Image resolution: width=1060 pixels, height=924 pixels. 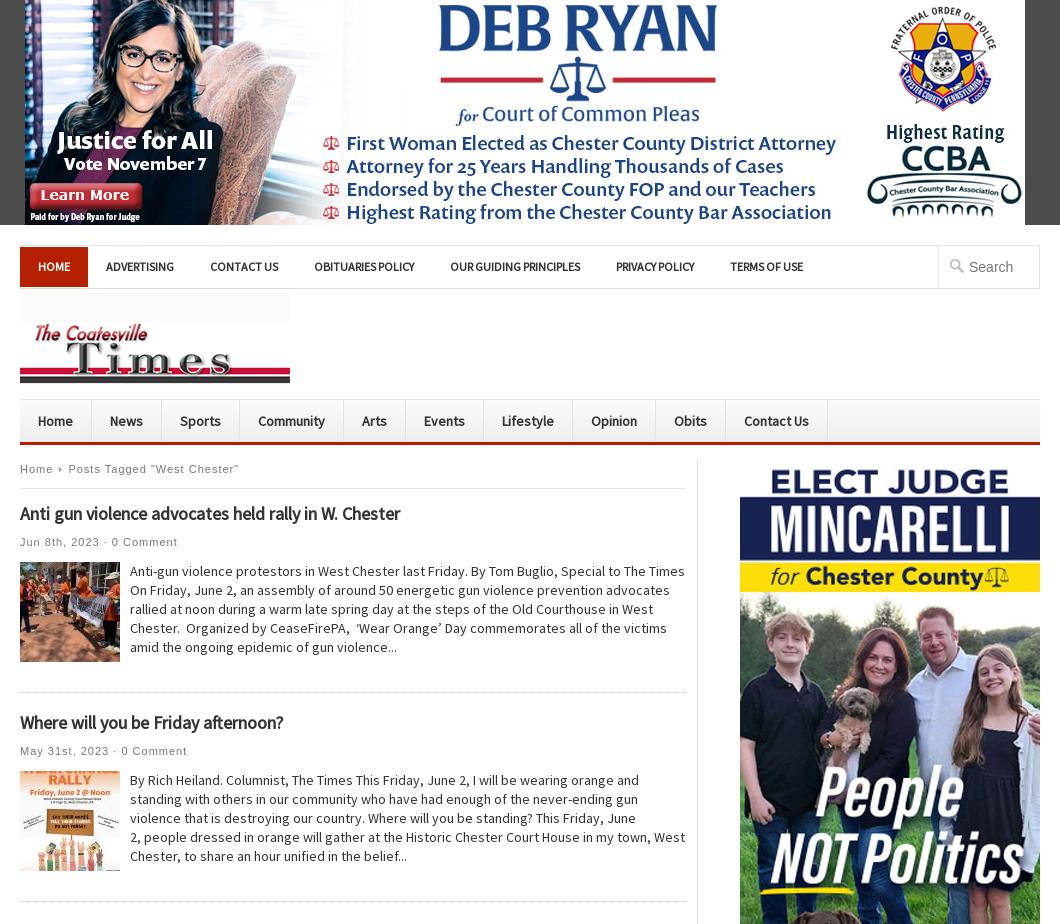 What do you see at coordinates (199, 420) in the screenshot?
I see `'Sports'` at bounding box center [199, 420].